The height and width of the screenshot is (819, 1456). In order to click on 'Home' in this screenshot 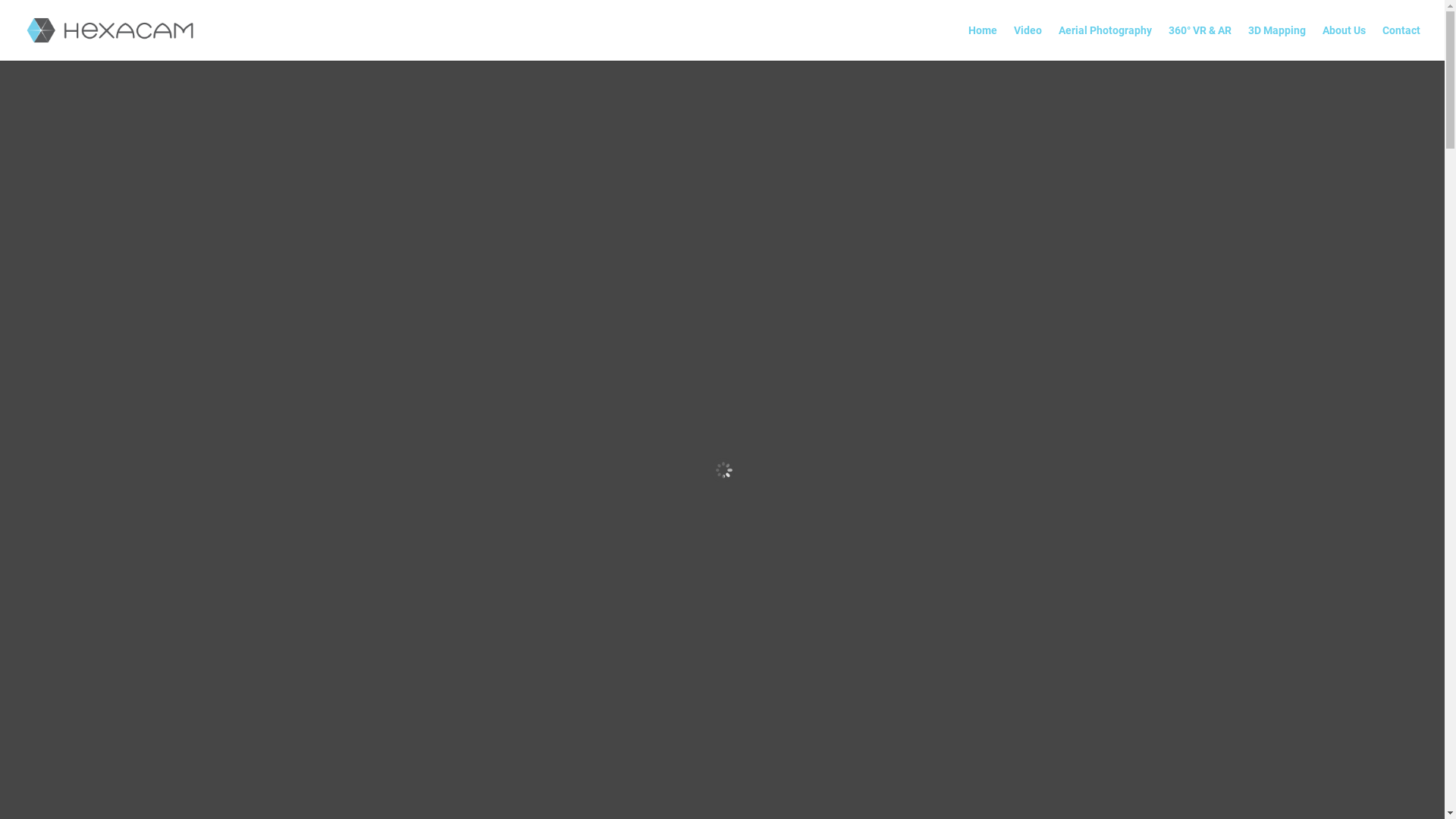, I will do `click(967, 42)`.